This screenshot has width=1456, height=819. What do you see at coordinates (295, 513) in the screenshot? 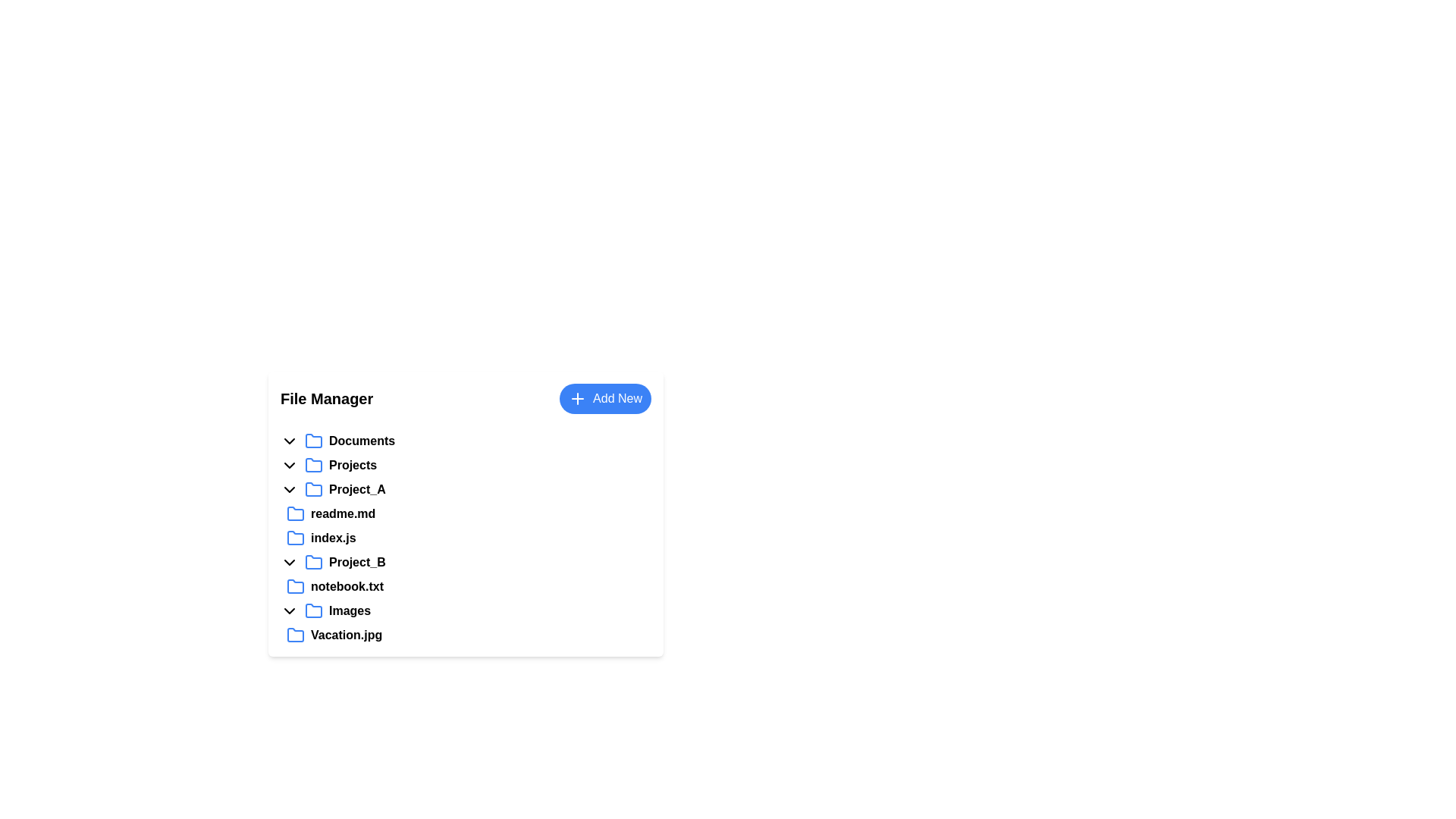
I see `the blue folder icon, which is styled as an SVG vector graphic and located to the left of the 'readme.md' text in the file list under the 'Project_A' folder` at bounding box center [295, 513].